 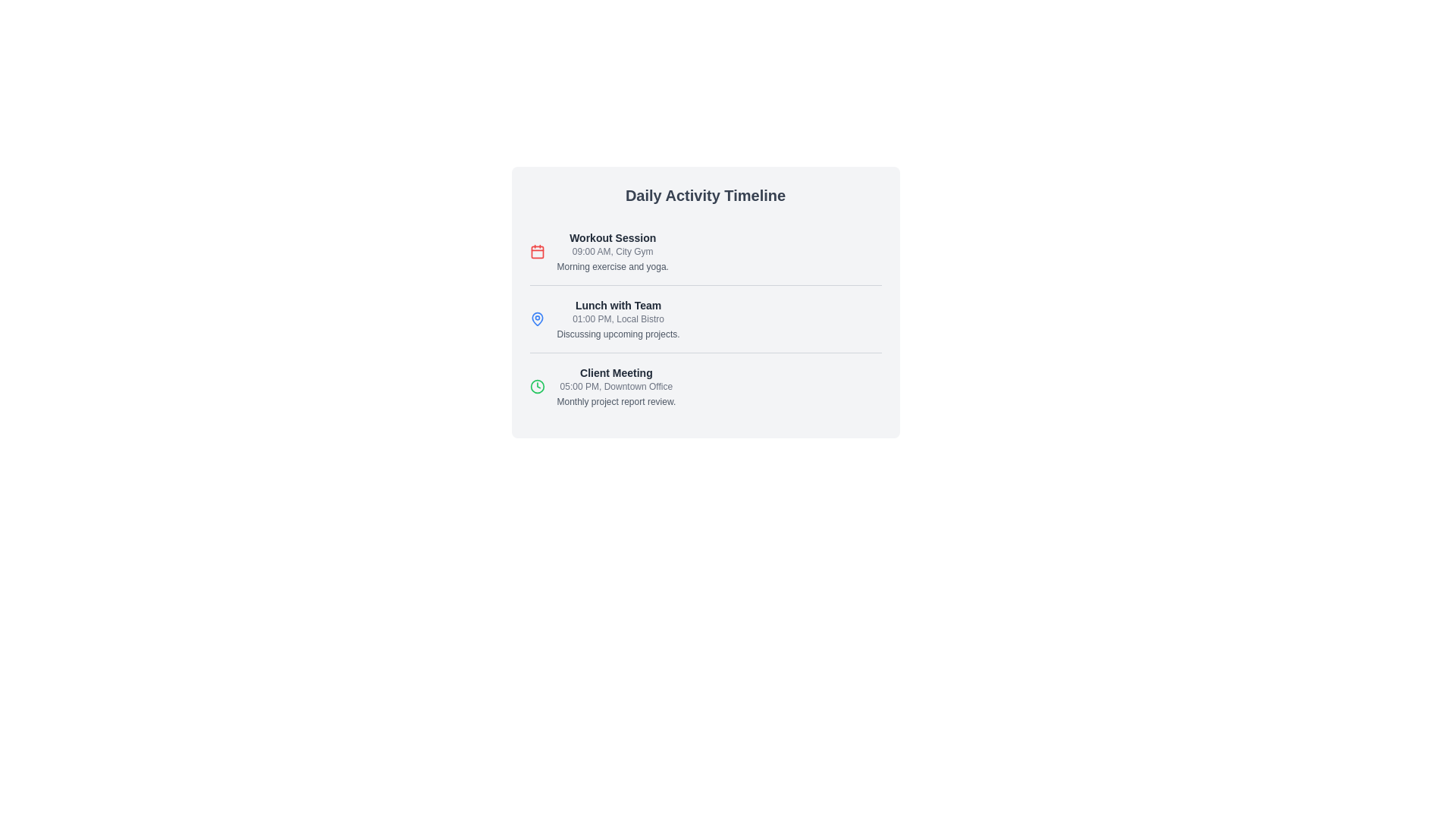 What do you see at coordinates (537, 385) in the screenshot?
I see `the SVG circle element at the center of the clock icon for the 'Client Meeting' entry in the 'Daily Activity Timeline'` at bounding box center [537, 385].